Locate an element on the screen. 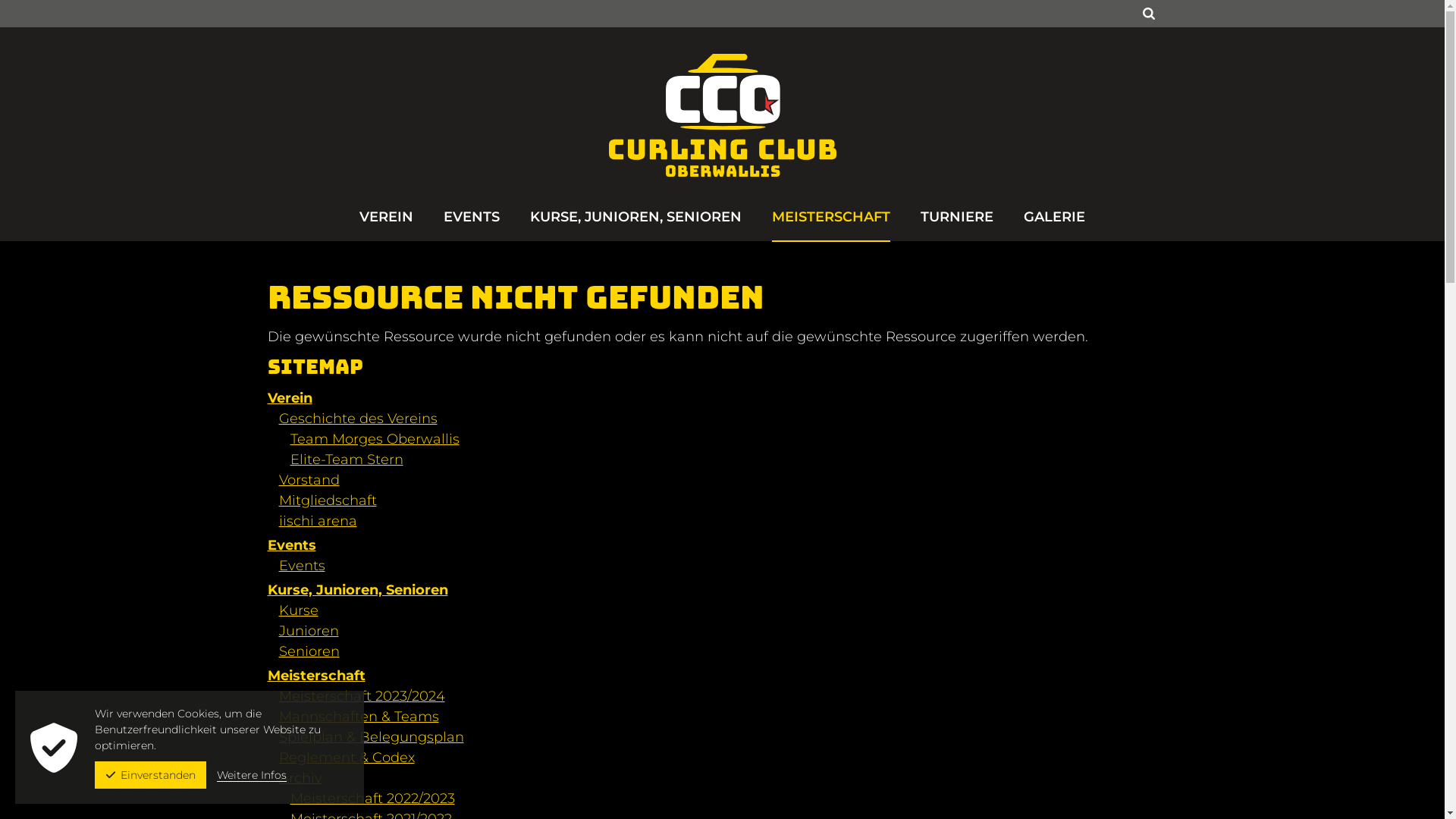 Image resolution: width=1456 pixels, height=819 pixels. 'Senioren' is located at coordinates (309, 651).